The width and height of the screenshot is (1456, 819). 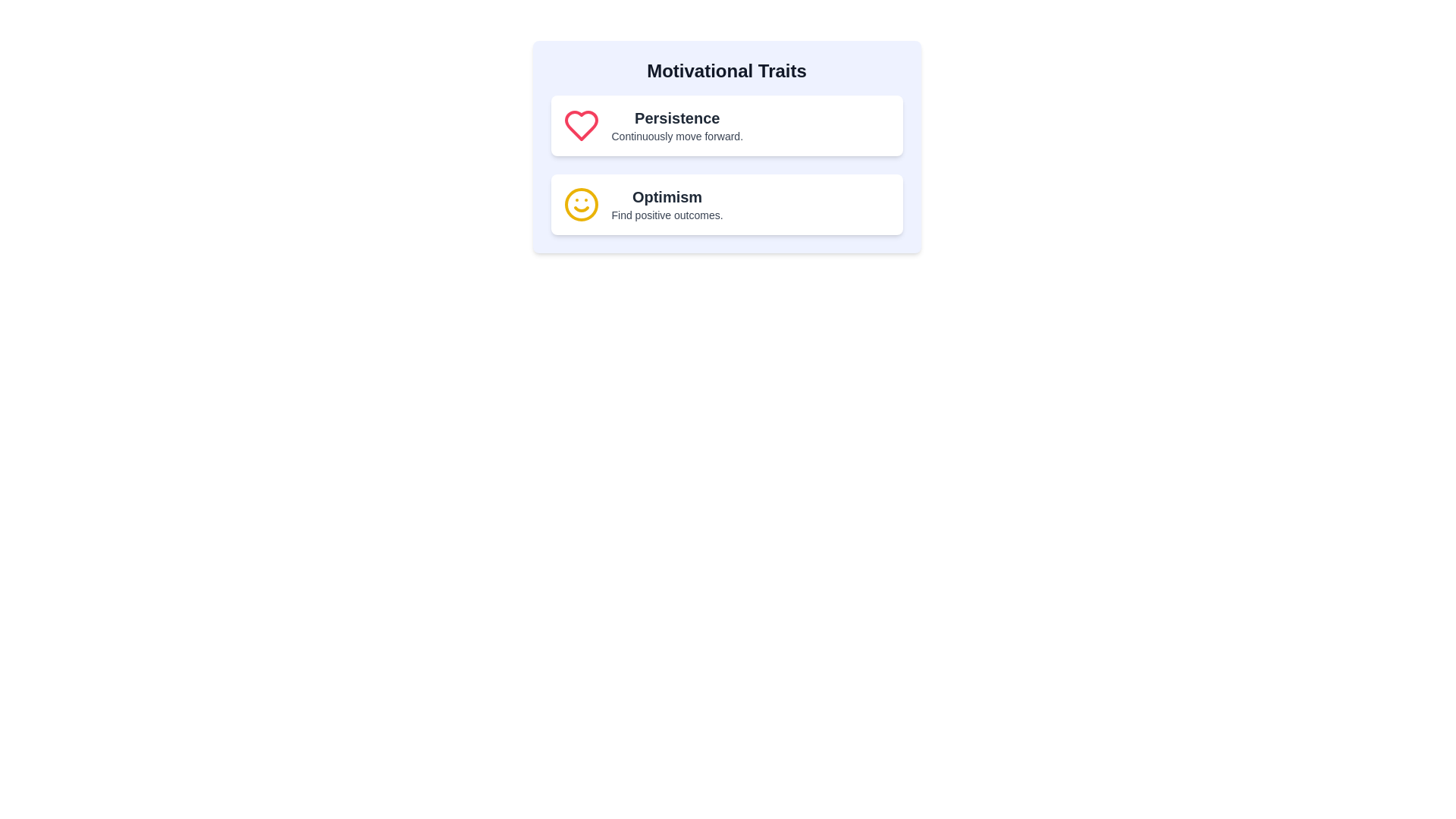 I want to click on the 'Optimism' text label with description, which presents a motivational trait and follows the 'Persistence' card in the 'Motivational Traits' section, so click(x=667, y=205).